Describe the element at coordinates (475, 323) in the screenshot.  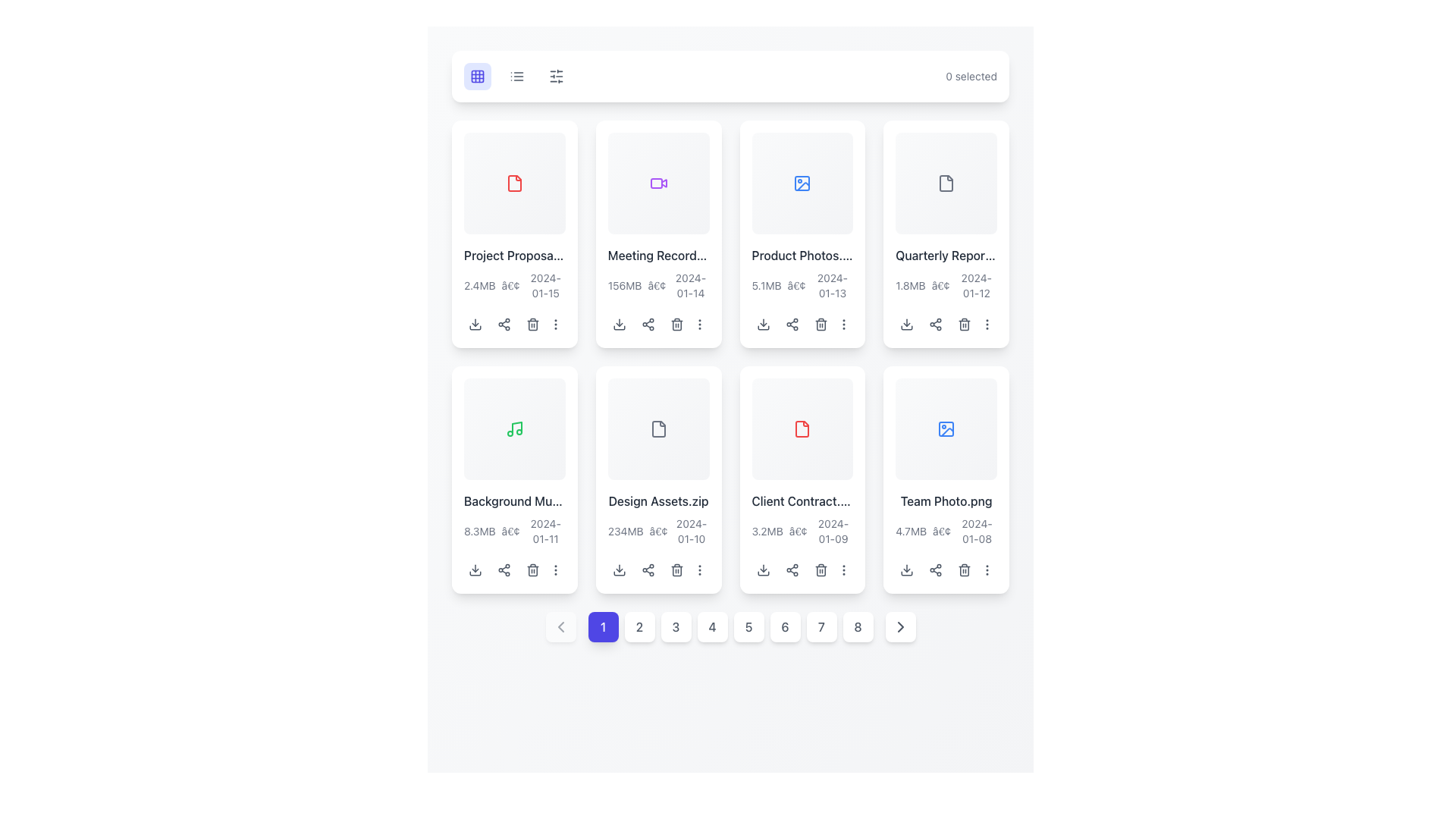
I see `the download icon button for the 'Project Proposal' file located in the first row and first column of the grid layout` at that location.